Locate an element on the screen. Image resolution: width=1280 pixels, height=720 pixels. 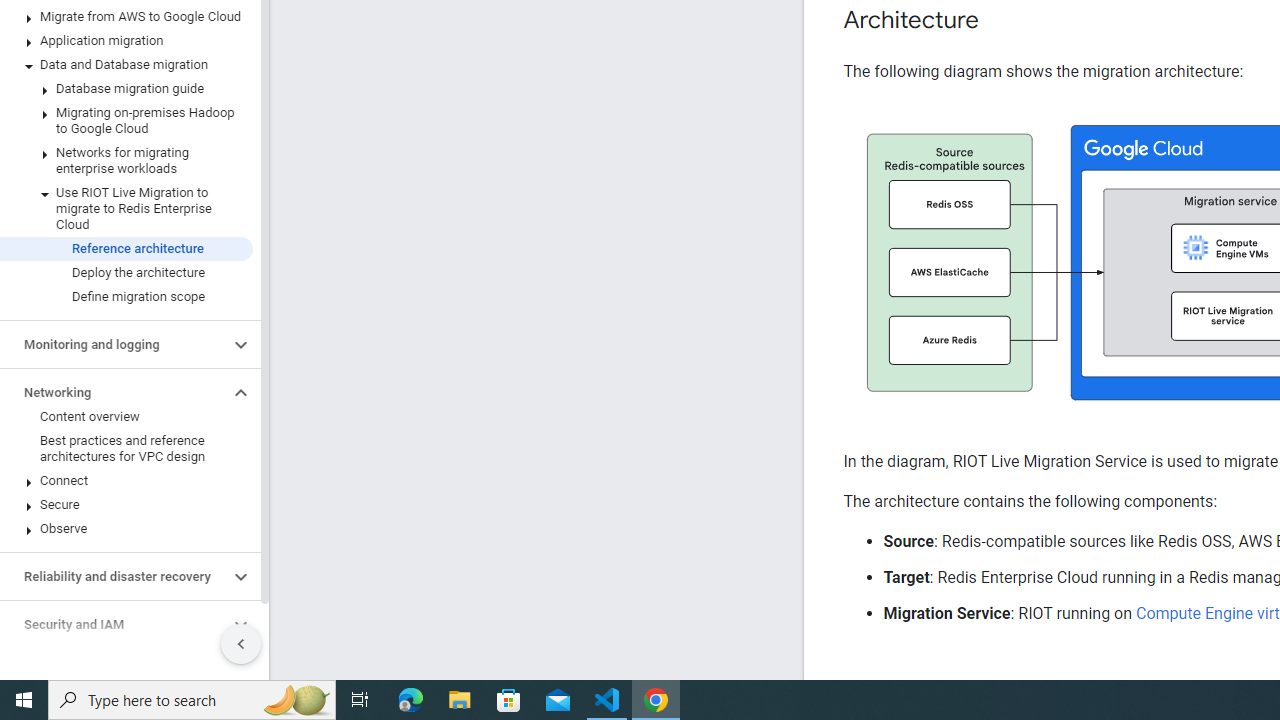
'Networks for migrating enterprise workloads' is located at coordinates (125, 159).